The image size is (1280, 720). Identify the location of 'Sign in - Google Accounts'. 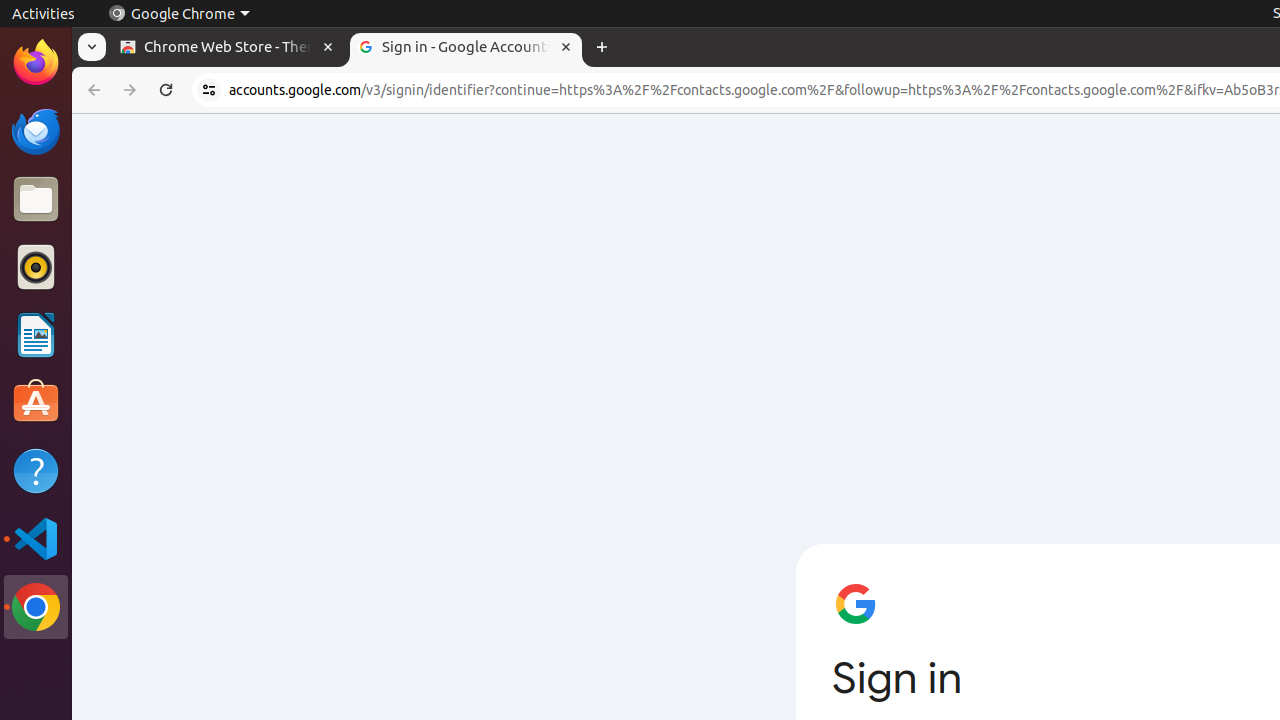
(465, 46).